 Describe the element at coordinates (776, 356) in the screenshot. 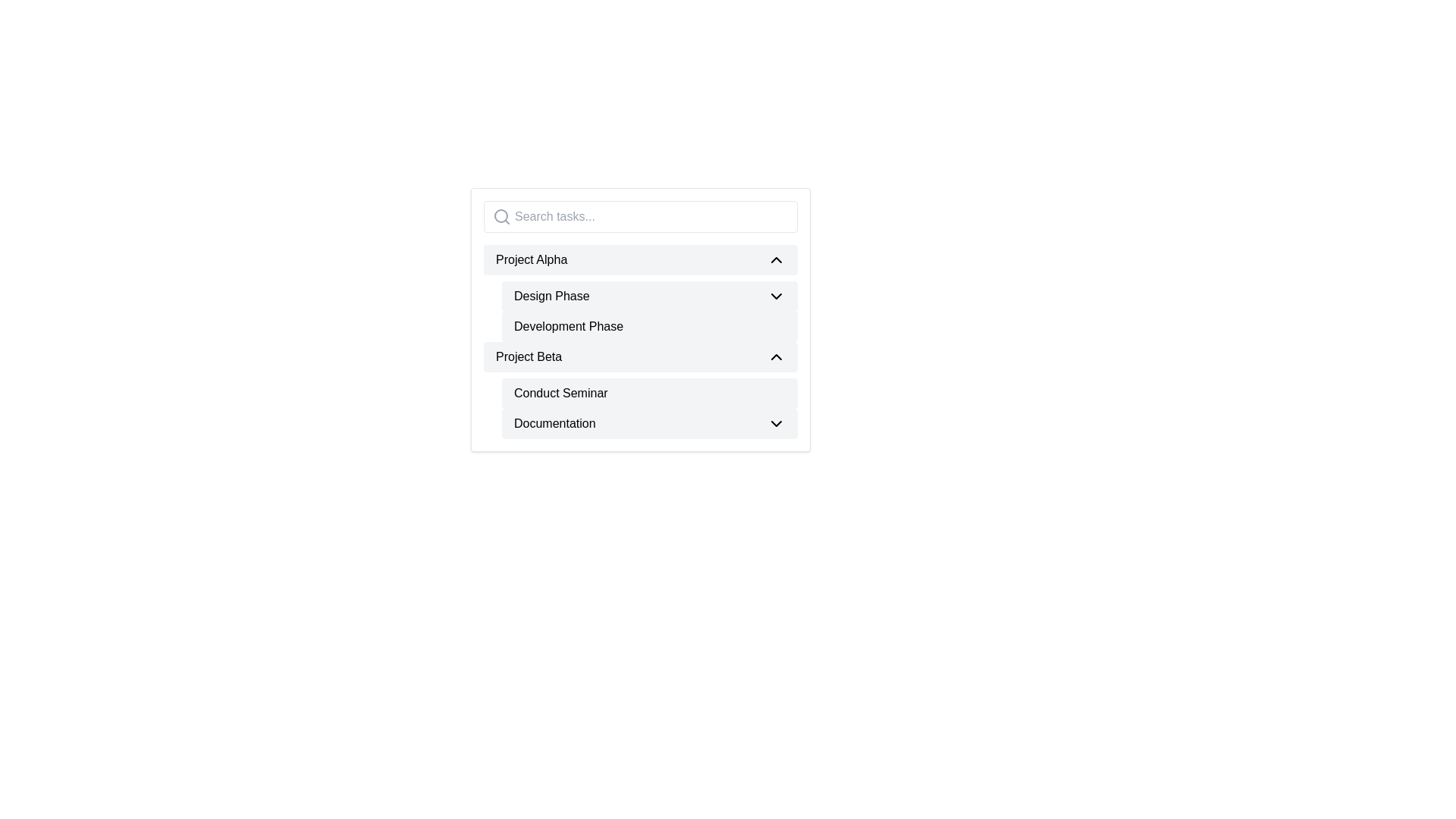

I see `the upward-pointing chevron icon located in the top-right corner of the 'Project Beta' item` at that location.